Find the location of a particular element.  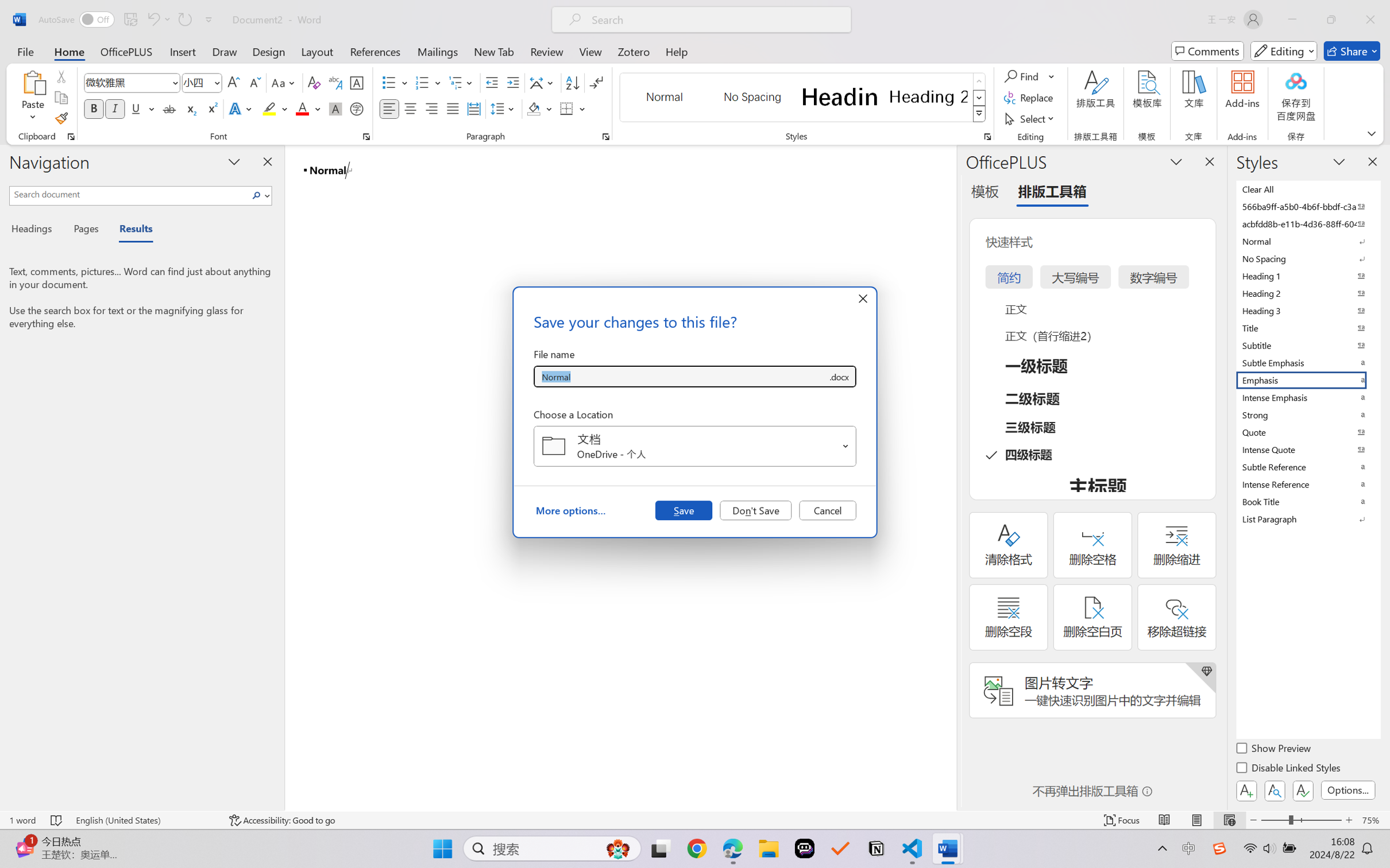

'Cancel' is located at coordinates (827, 509).